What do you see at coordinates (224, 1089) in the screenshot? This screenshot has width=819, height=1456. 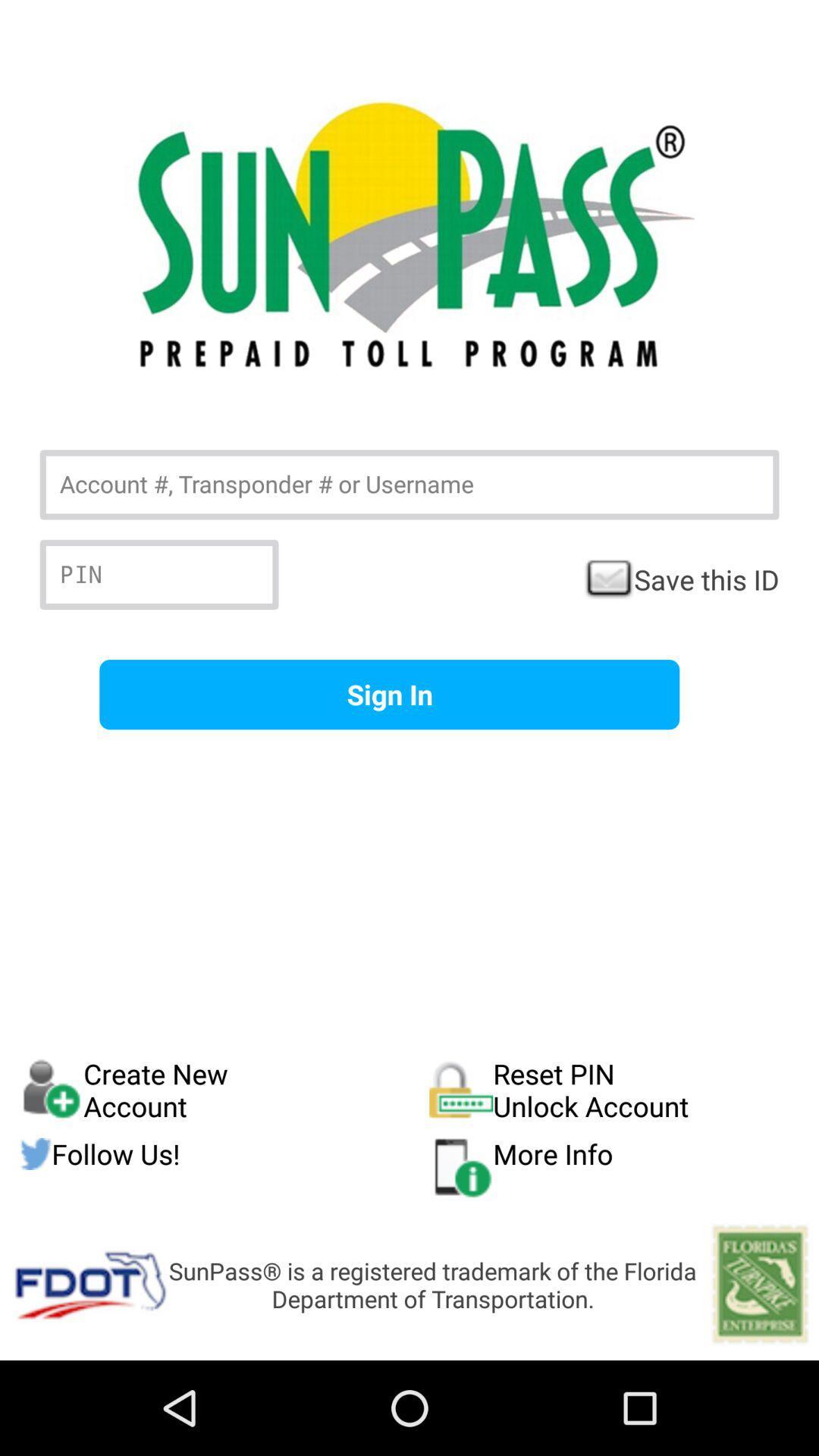 I see `icon to the left of reset pin unlock` at bounding box center [224, 1089].